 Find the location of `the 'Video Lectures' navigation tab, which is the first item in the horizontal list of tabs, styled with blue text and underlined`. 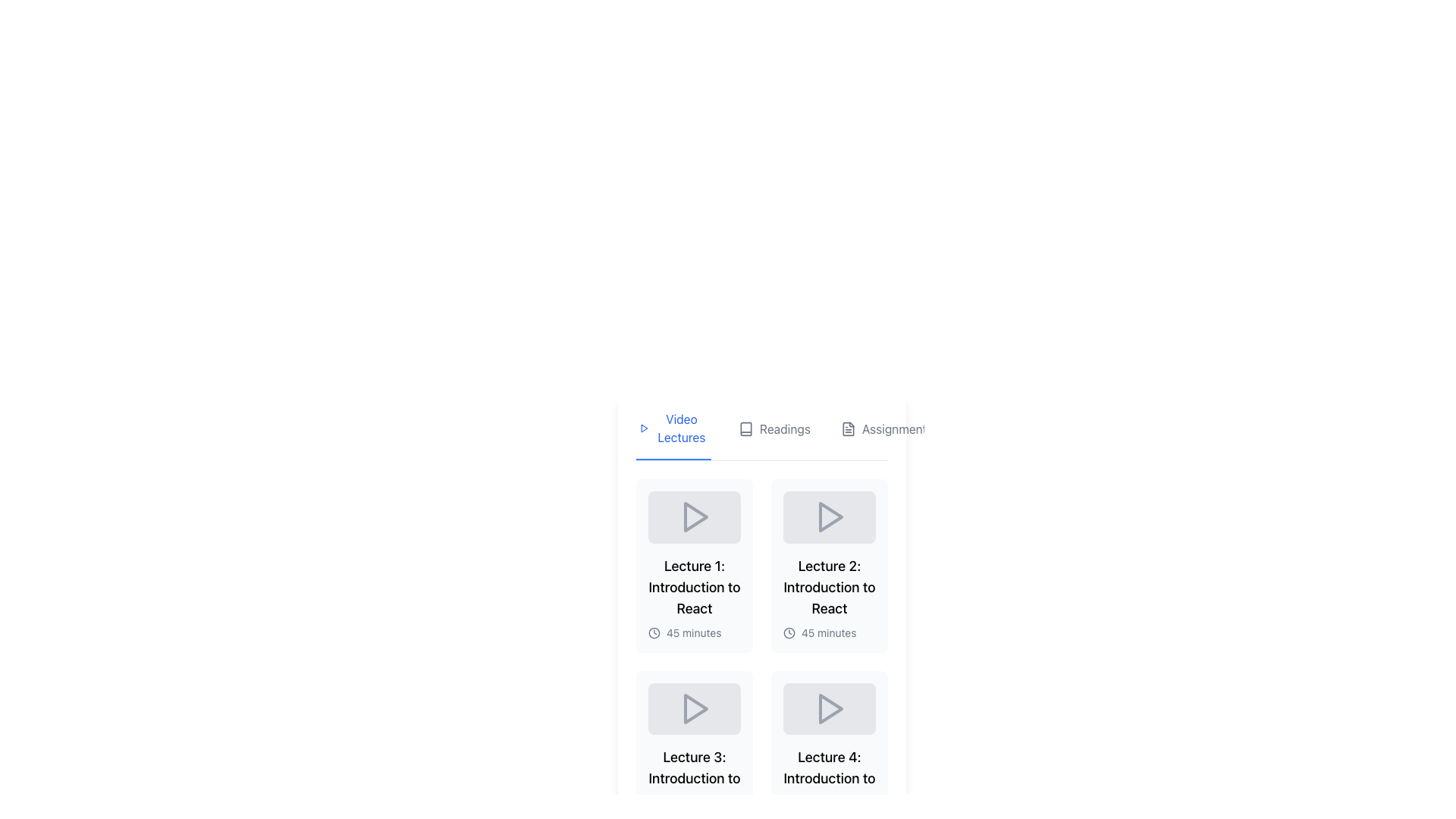

the 'Video Lectures' navigation tab, which is the first item in the horizontal list of tabs, styled with blue text and underlined is located at coordinates (673, 435).